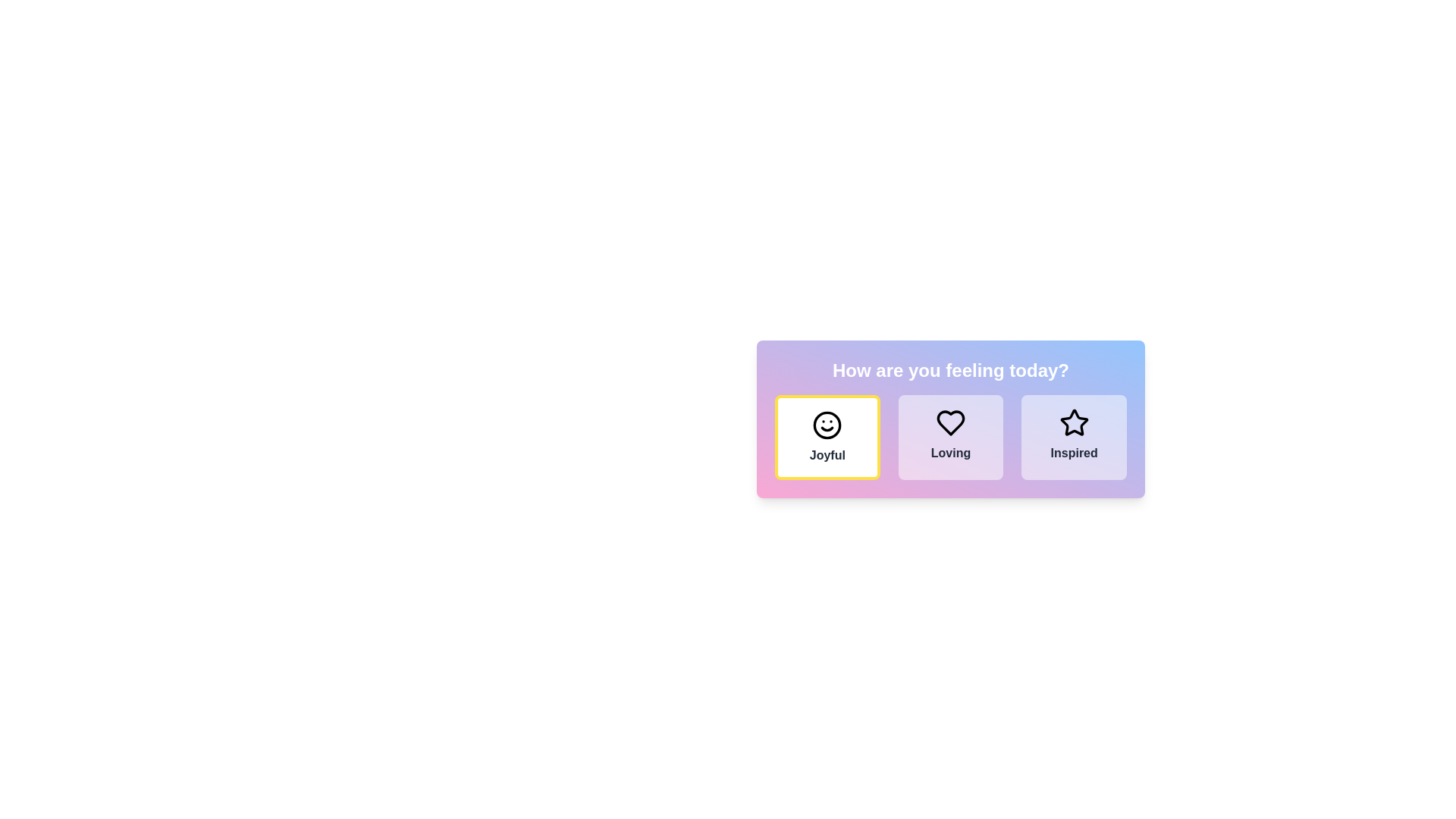 The image size is (1456, 819). What do you see at coordinates (1073, 452) in the screenshot?
I see `the 'Inspired' emotion text label located below the star icon in the emotion selection interface` at bounding box center [1073, 452].